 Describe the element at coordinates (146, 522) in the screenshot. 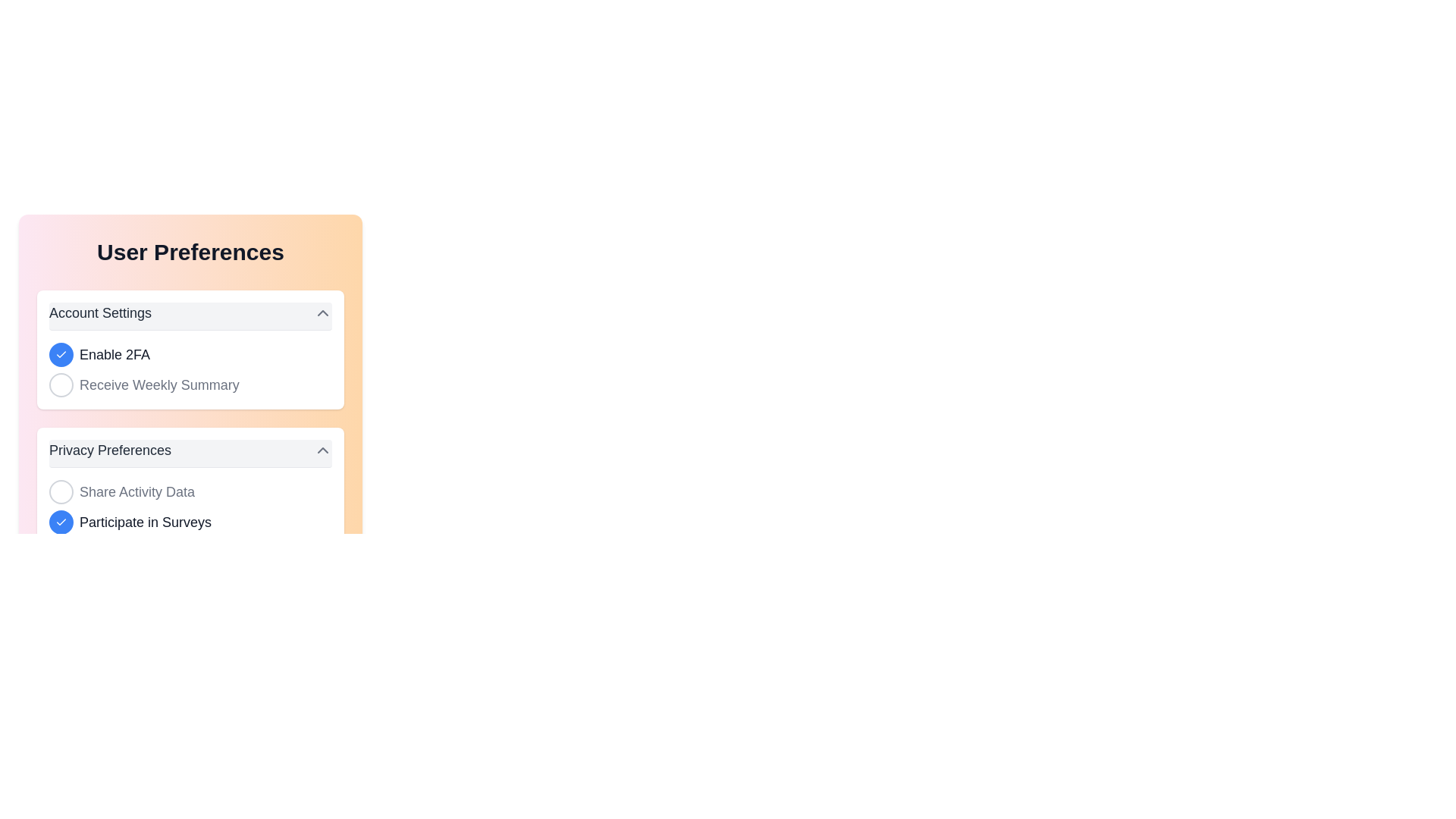

I see `the text label in the 'Privacy Preferences' section that identifies the checkbox for enabling or disabling survey participation, located directly to the right of a blue circular checkbox, which is the second option in this section` at that location.